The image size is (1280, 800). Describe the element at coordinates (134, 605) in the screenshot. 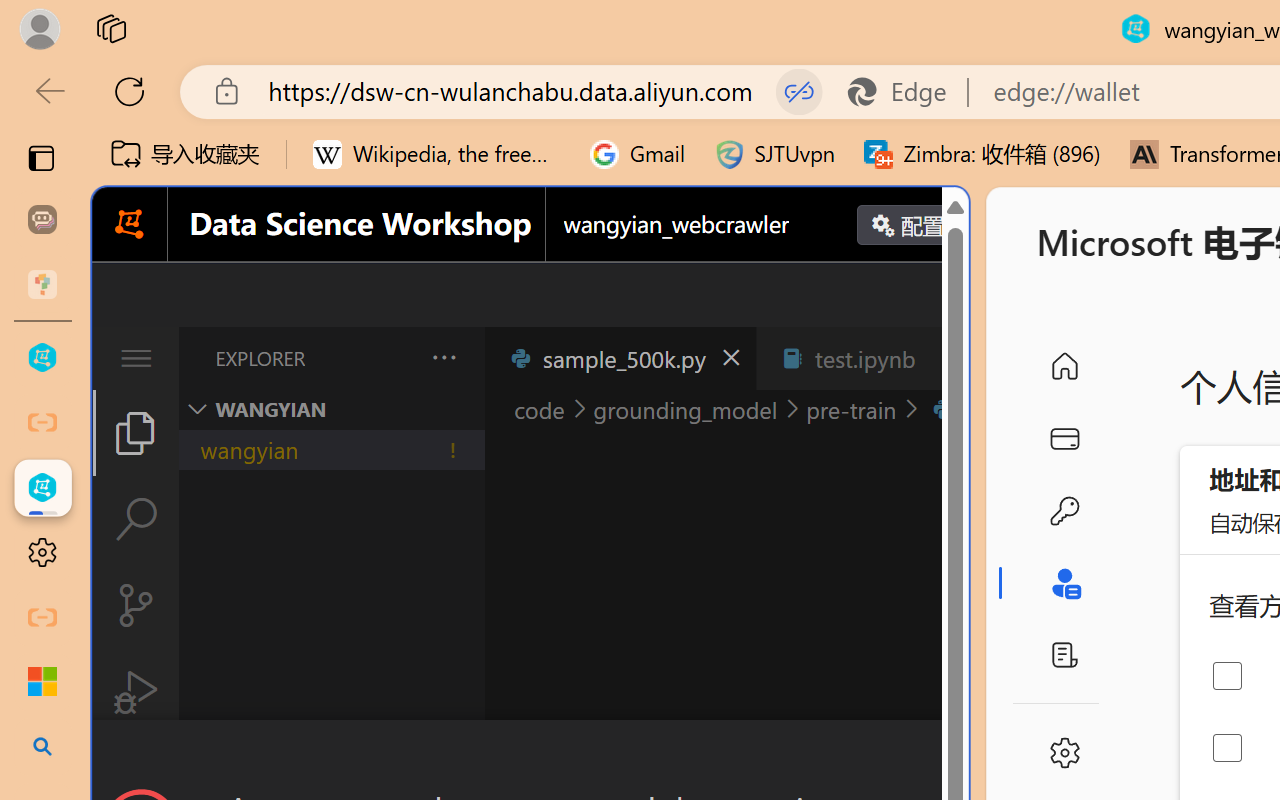

I see `'Source Control (Ctrl+Shift+G)'` at that location.